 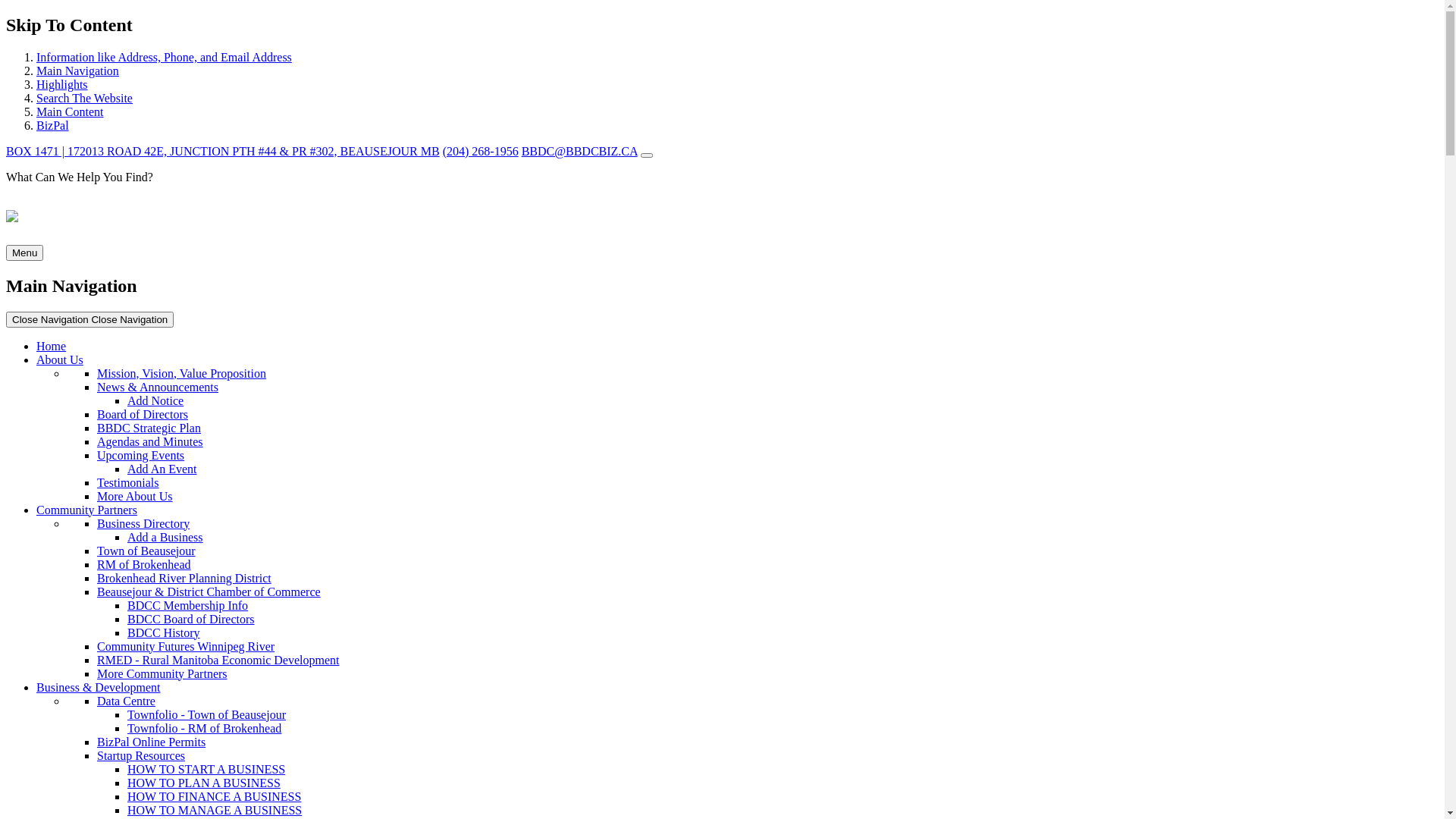 I want to click on '(204) 268-1956', so click(x=479, y=151).